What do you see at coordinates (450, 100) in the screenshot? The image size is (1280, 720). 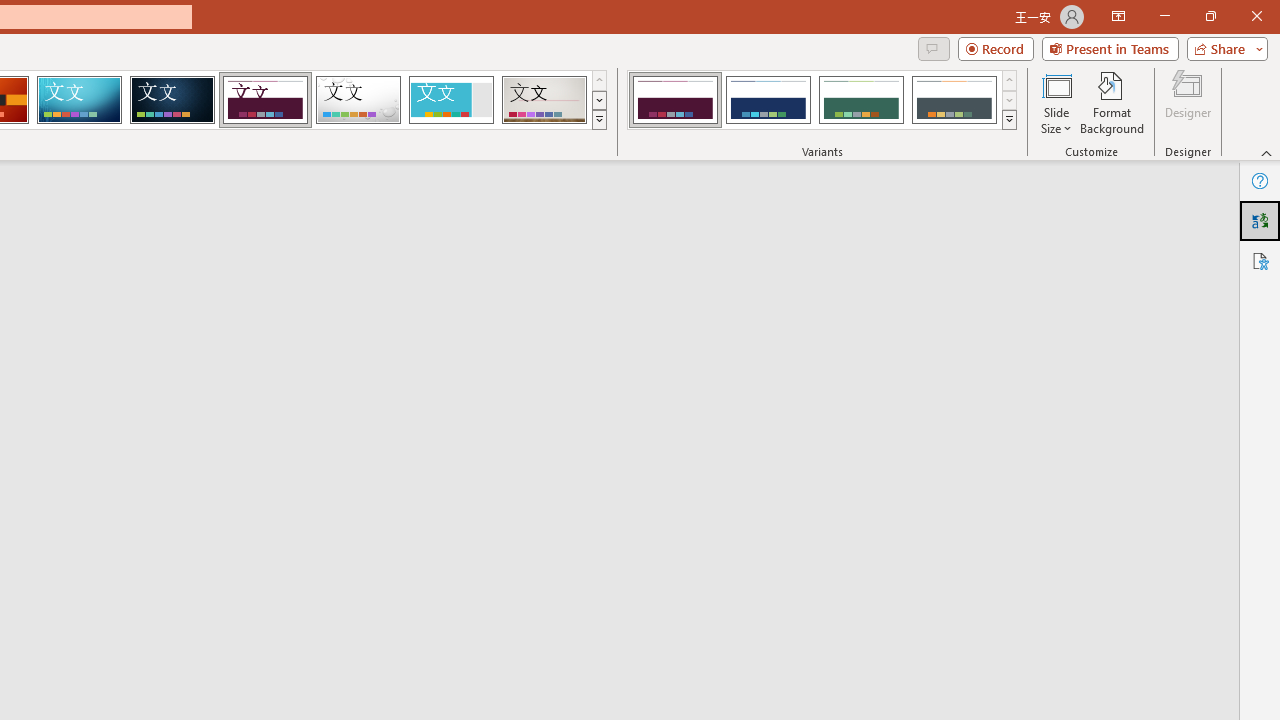 I see `'Frame'` at bounding box center [450, 100].